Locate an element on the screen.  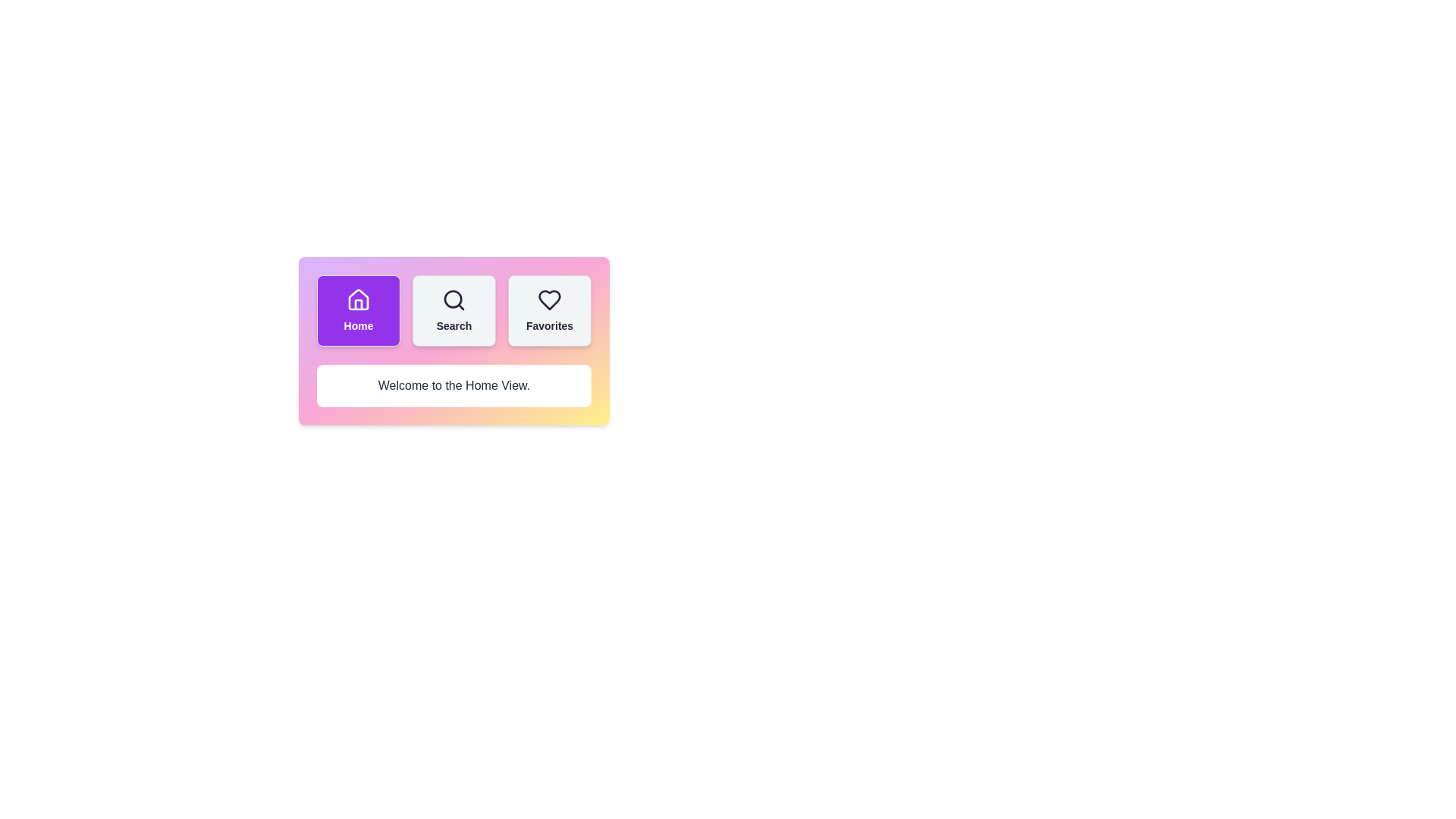
the 'Search' button, which is a rectangular button with a light gray background and a magnifying glass icon, located in the middle of a row of three buttons at the top center of the interface is located at coordinates (453, 309).